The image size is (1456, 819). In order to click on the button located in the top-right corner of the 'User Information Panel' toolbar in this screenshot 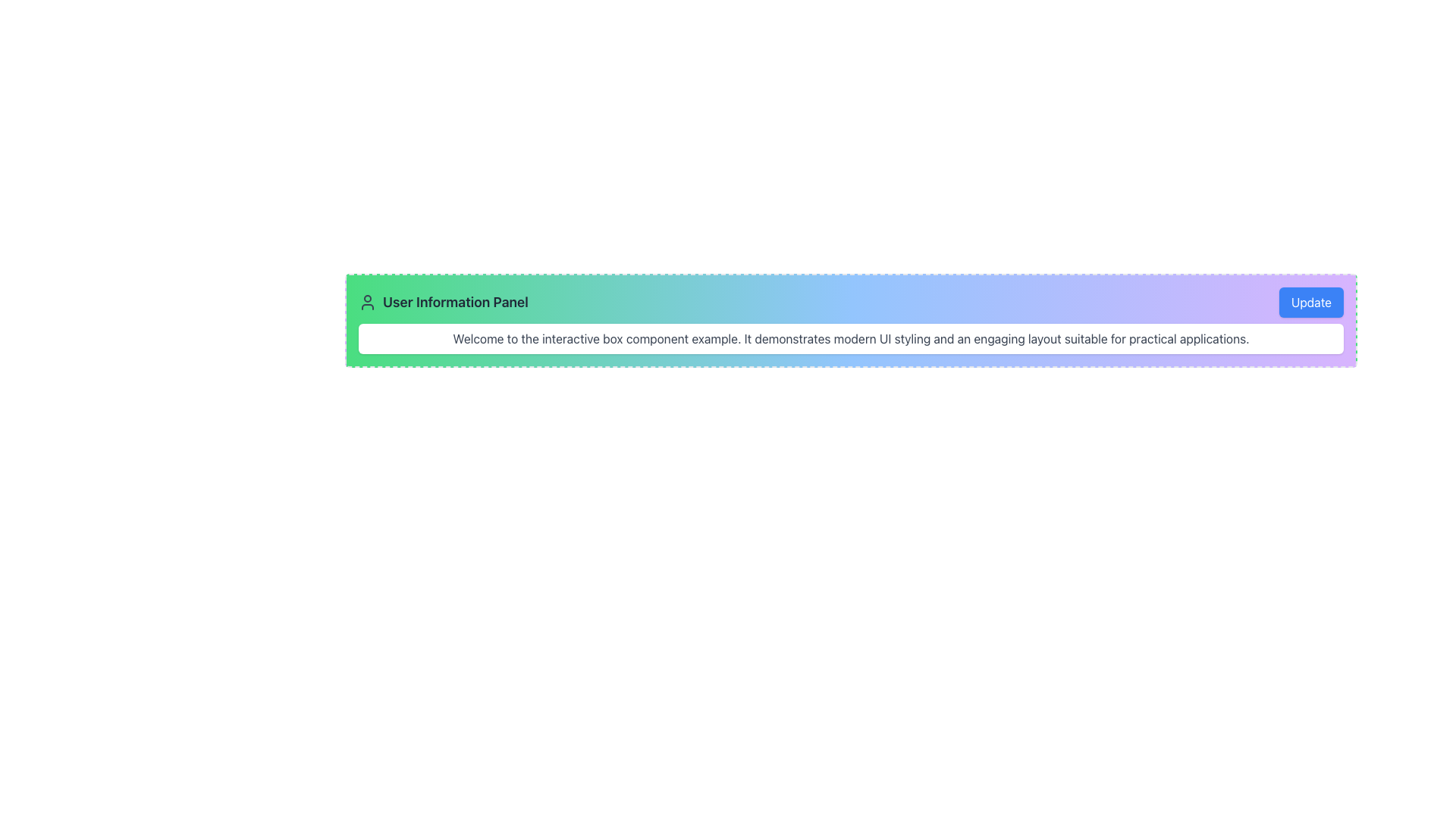, I will do `click(1310, 302)`.